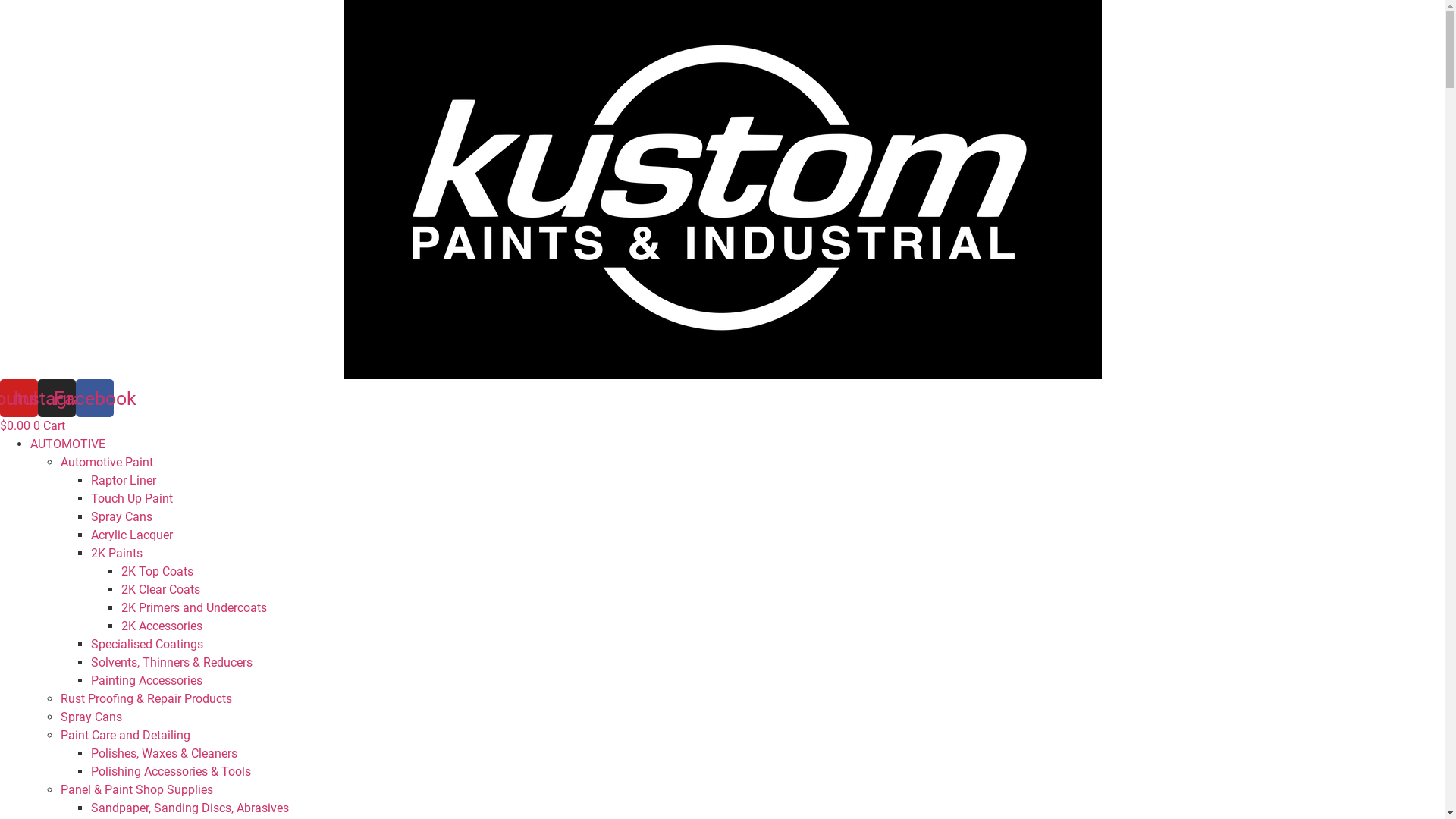 This screenshot has height=819, width=1456. What do you see at coordinates (193, 607) in the screenshot?
I see `'2K Primers and Undercoats'` at bounding box center [193, 607].